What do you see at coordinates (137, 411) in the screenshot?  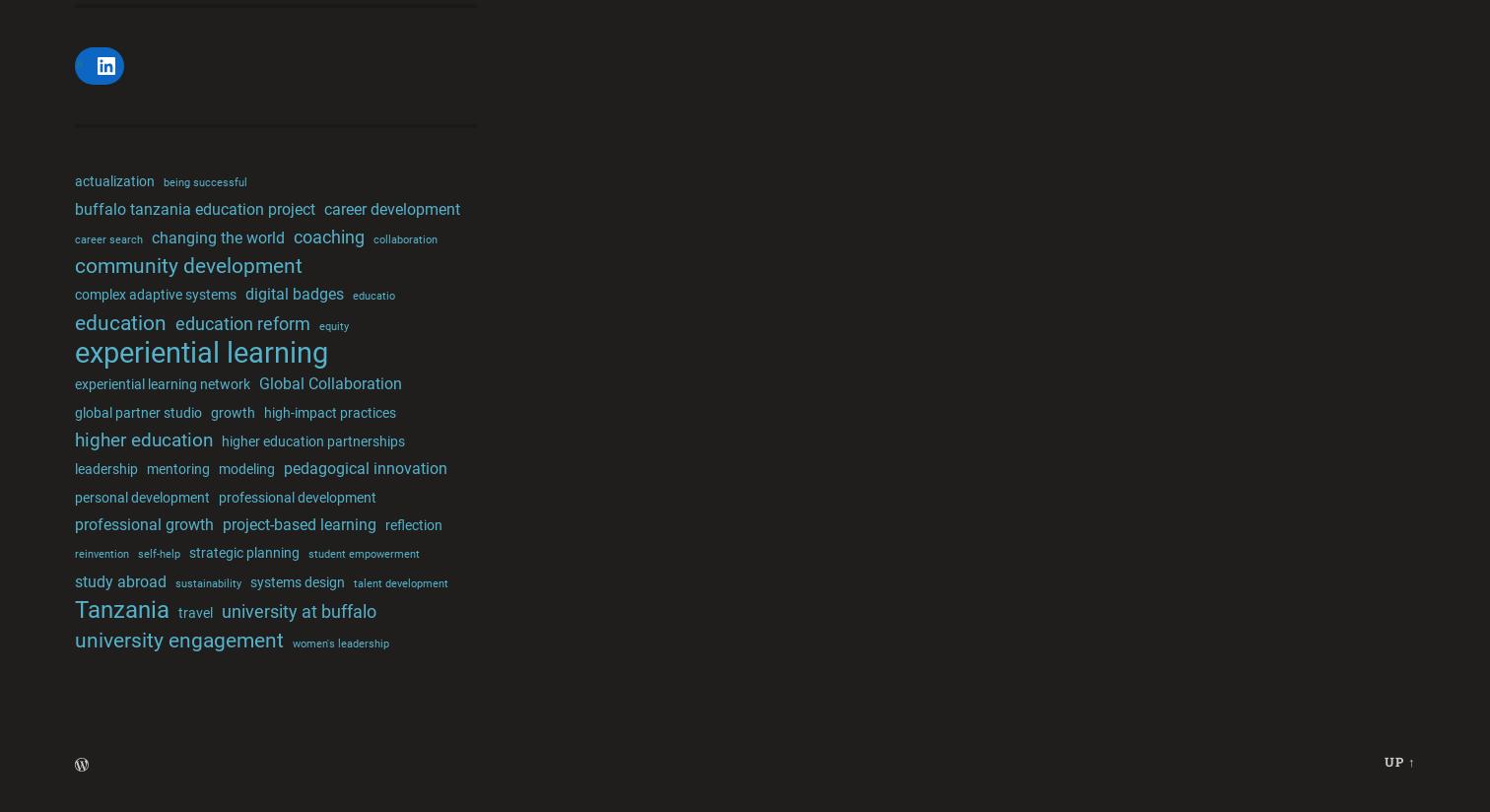 I see `'global partner studio'` at bounding box center [137, 411].